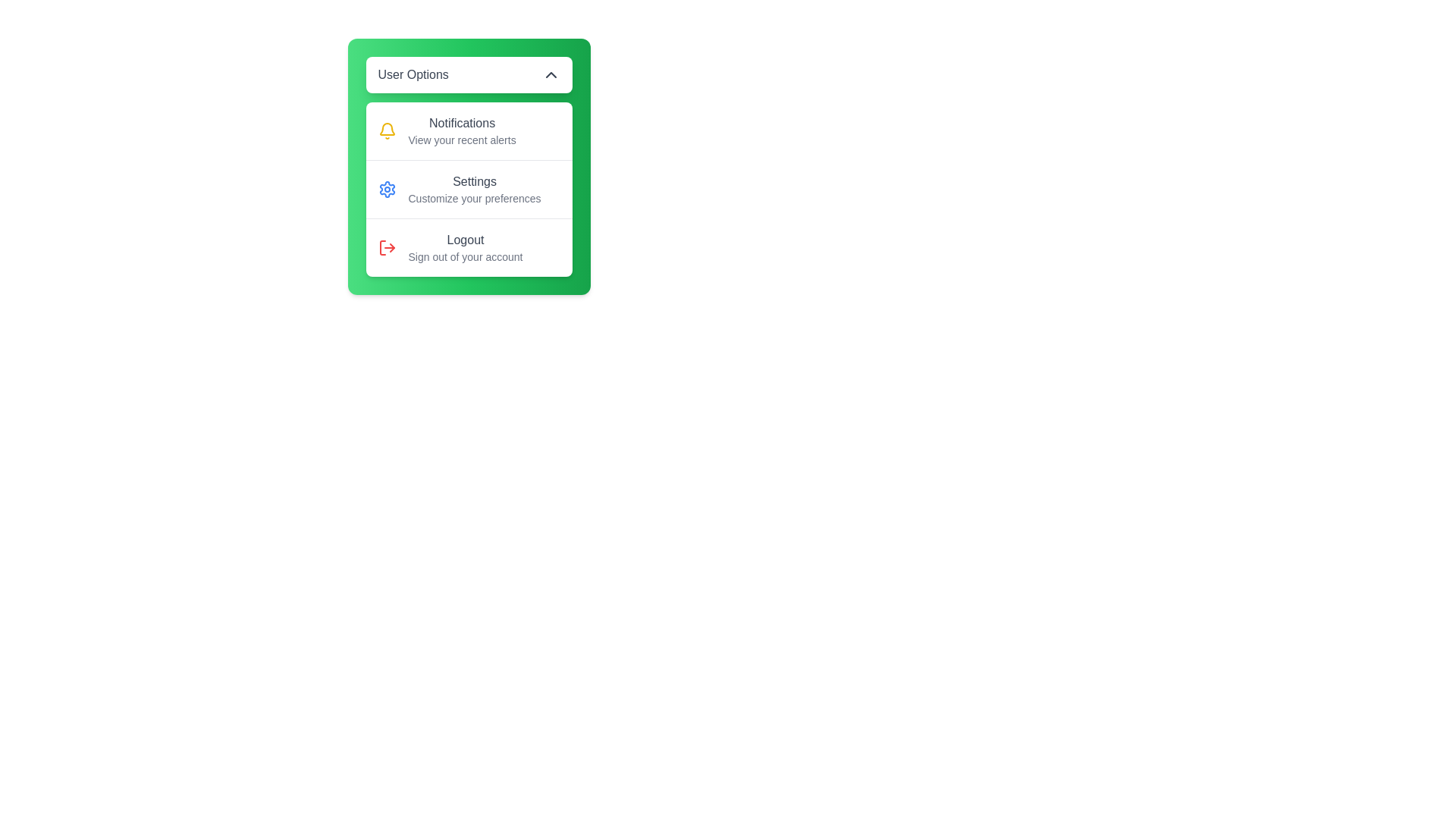 The width and height of the screenshot is (1456, 819). What do you see at coordinates (474, 198) in the screenshot?
I see `static text displaying 'Customize your preferences' located beneath the 'Settings' heading in the 'User Options' panel` at bounding box center [474, 198].